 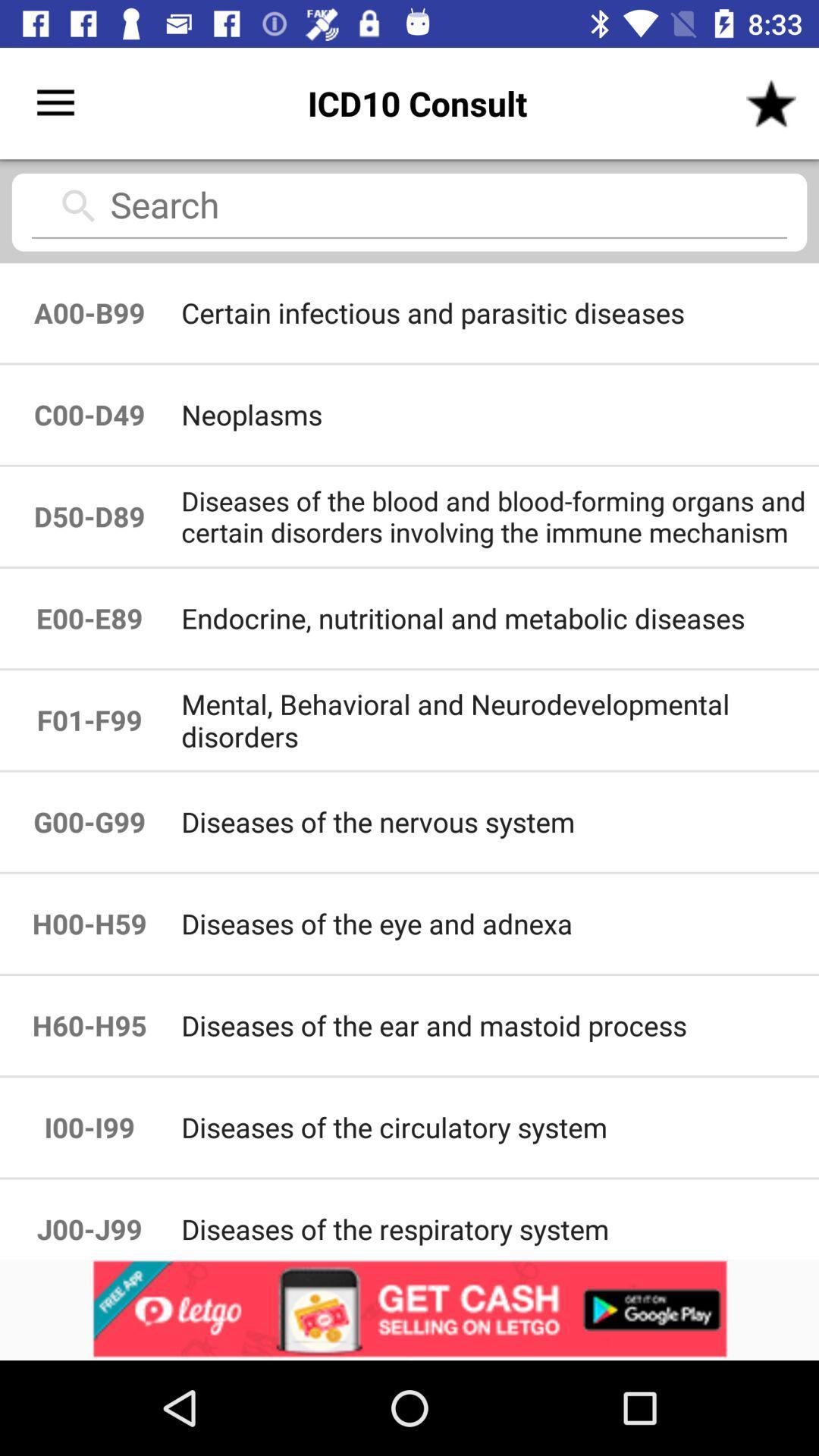 What do you see at coordinates (409, 1309) in the screenshot?
I see `click advert` at bounding box center [409, 1309].